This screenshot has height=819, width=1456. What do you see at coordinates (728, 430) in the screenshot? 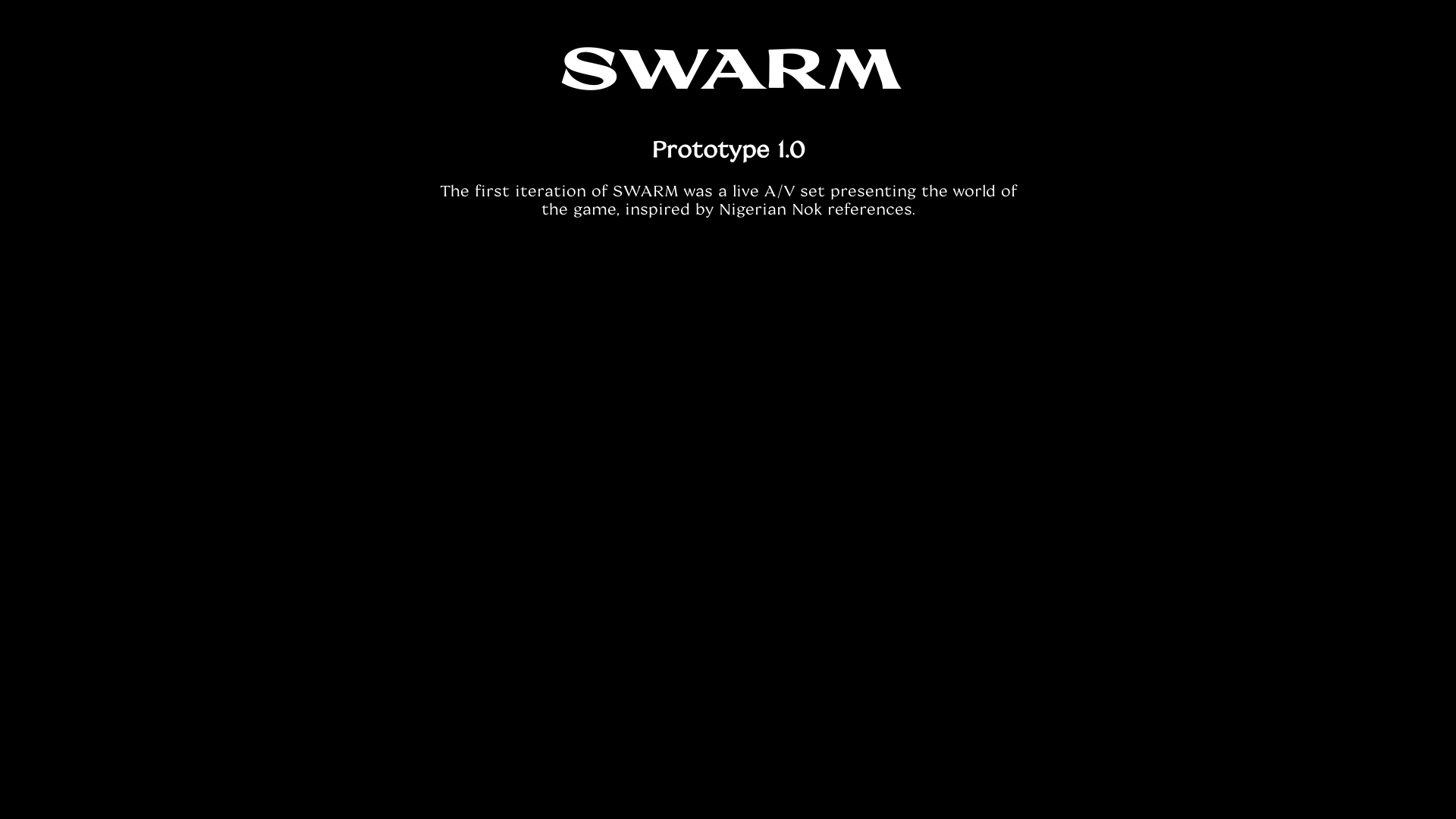
I see `'YouTube video player'` at bounding box center [728, 430].